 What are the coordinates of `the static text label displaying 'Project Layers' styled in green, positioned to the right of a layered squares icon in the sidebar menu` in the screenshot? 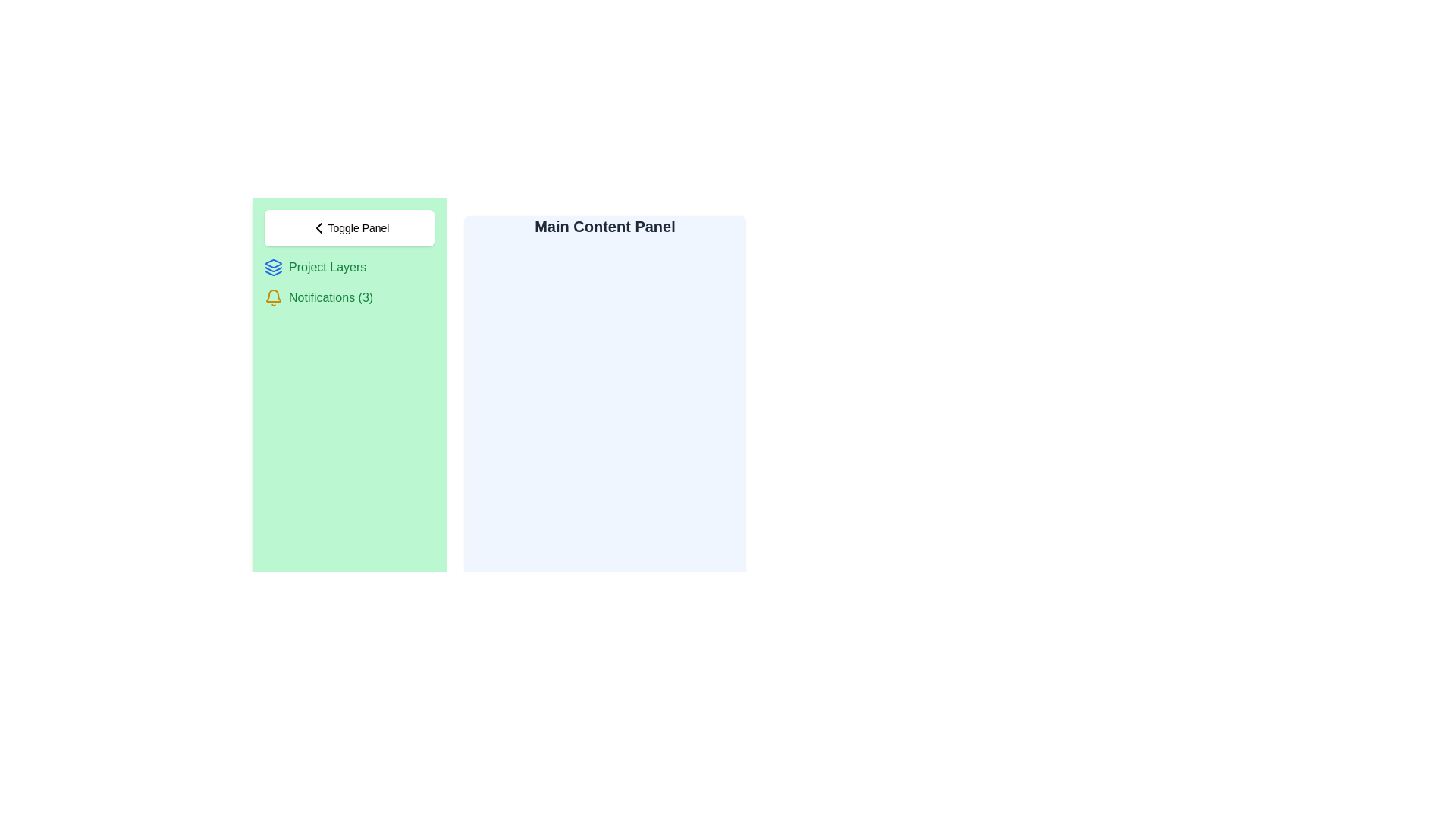 It's located at (327, 267).